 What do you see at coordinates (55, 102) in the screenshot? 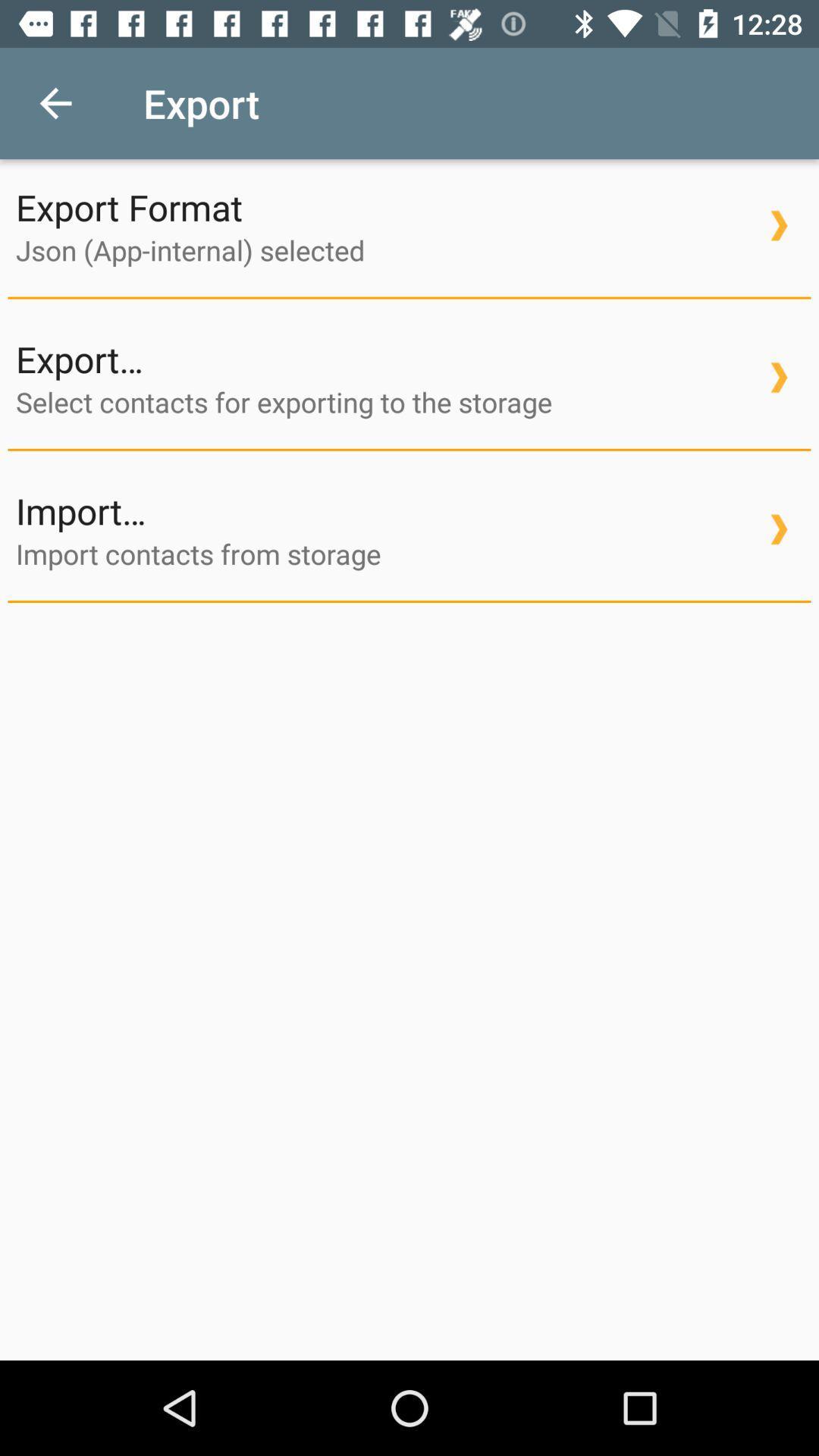
I see `the icon to the left of export` at bounding box center [55, 102].